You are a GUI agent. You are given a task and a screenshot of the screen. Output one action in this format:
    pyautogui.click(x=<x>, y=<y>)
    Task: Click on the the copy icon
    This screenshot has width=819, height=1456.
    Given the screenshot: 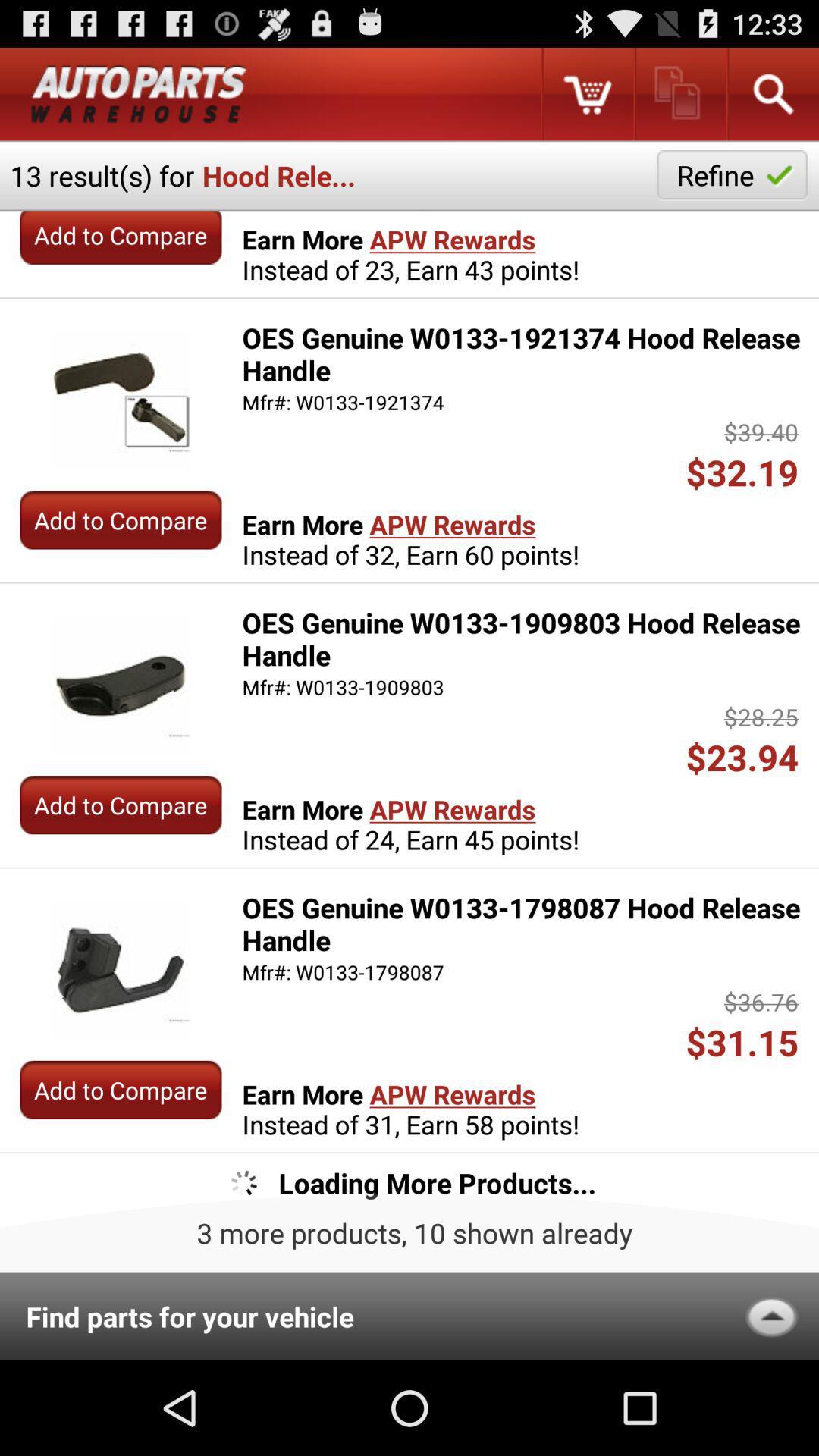 What is the action you would take?
    pyautogui.click(x=679, y=99)
    